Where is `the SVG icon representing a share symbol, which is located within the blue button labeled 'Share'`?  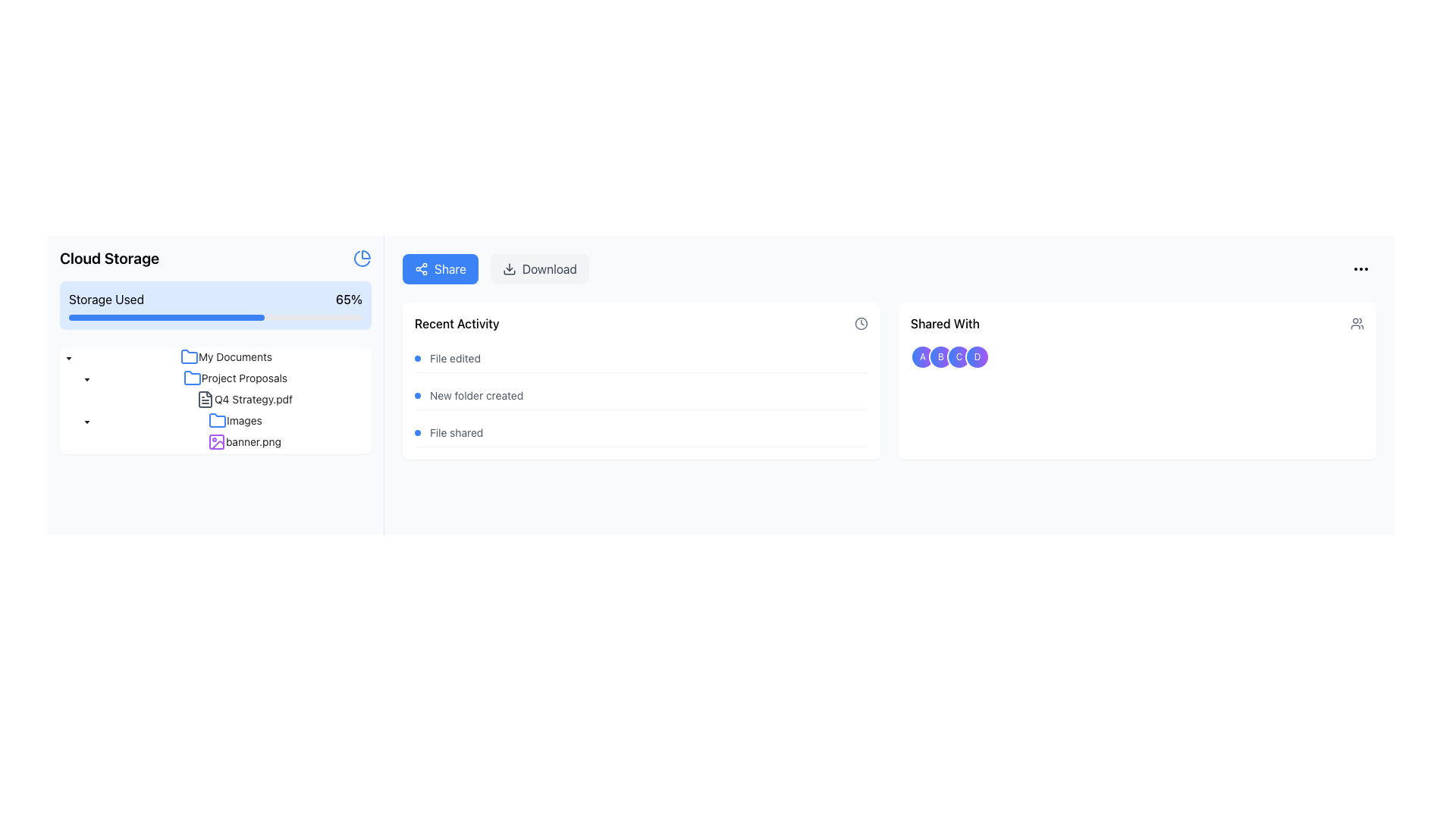
the SVG icon representing a share symbol, which is located within the blue button labeled 'Share' is located at coordinates (422, 268).